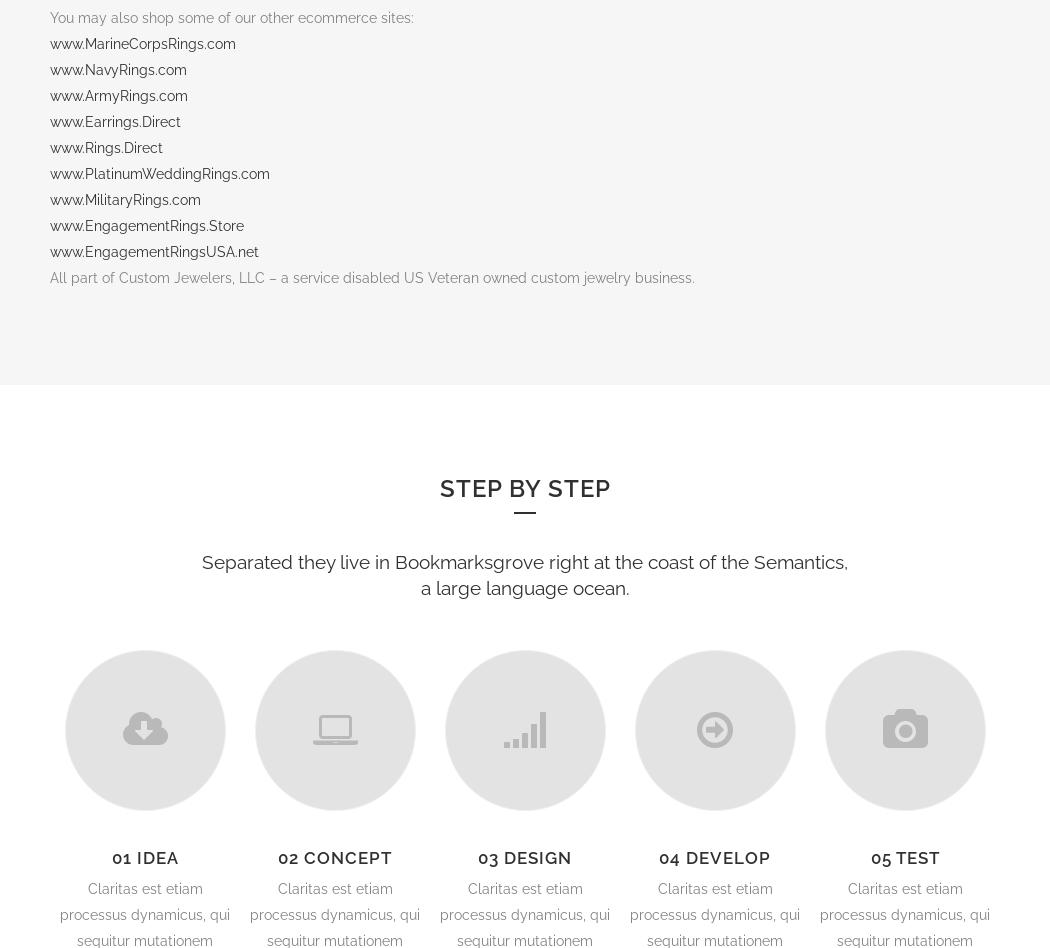 The image size is (1050, 948). What do you see at coordinates (371, 277) in the screenshot?
I see `'All part of Custom Jewelers, LLC – a service disabled US Veteran owned custom jewelry business.'` at bounding box center [371, 277].